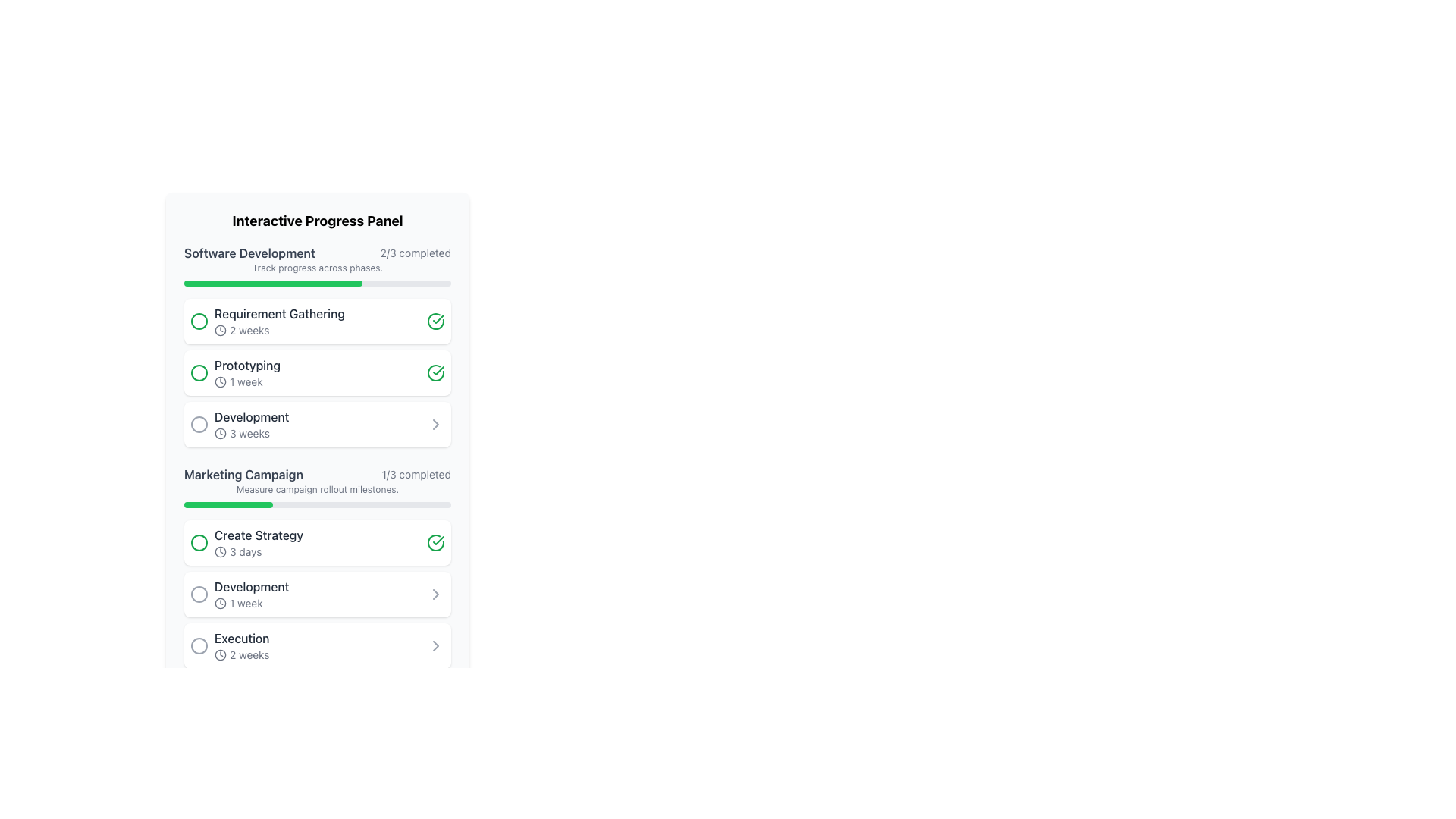 Image resolution: width=1456 pixels, height=819 pixels. What do you see at coordinates (241, 654) in the screenshot?
I see `the text label displaying '2 weeks' with a clock icon, located beneath the 'Execution' heading in the 'Marketing Campaign' section` at bounding box center [241, 654].